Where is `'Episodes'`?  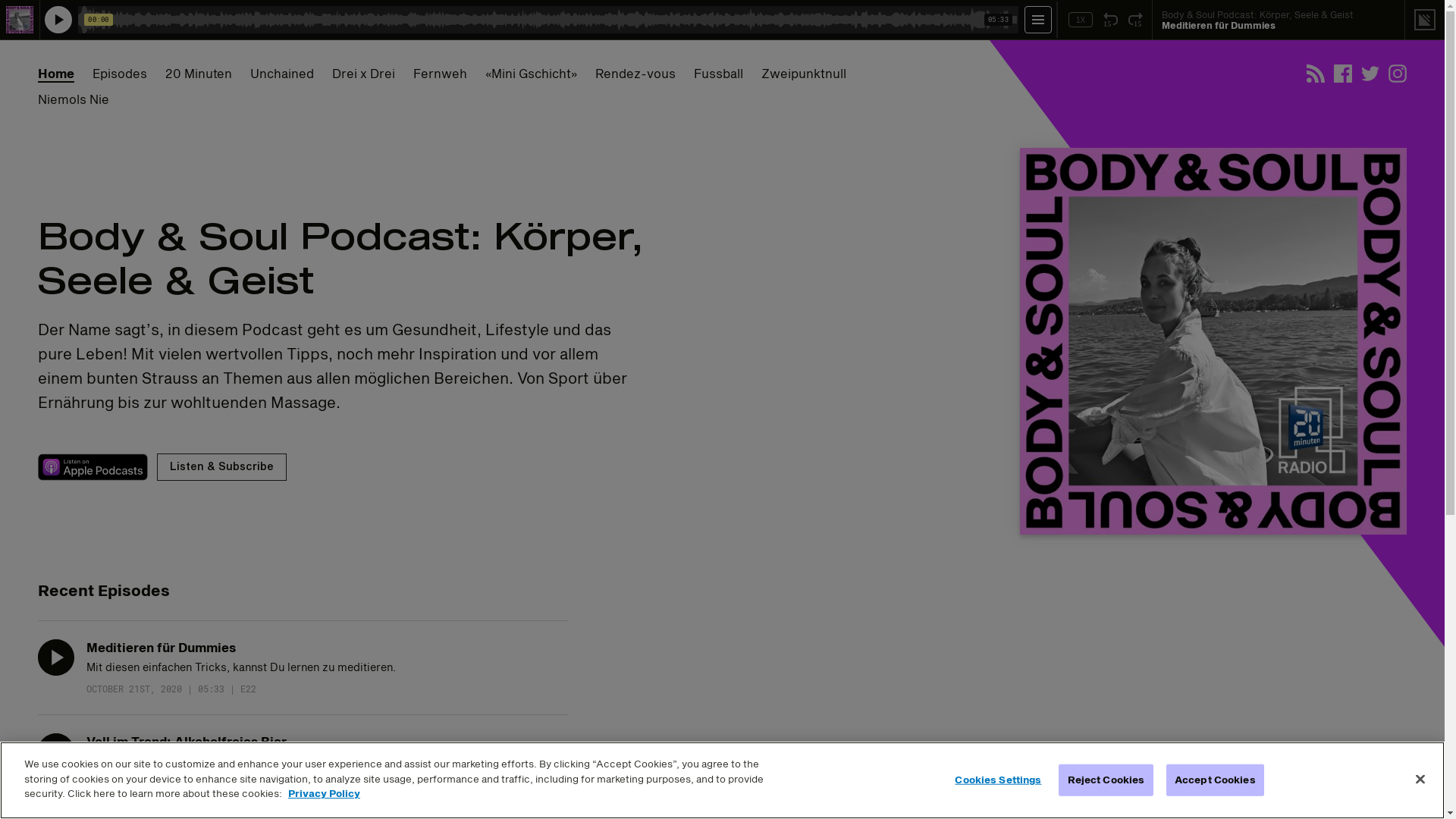
'Episodes' is located at coordinates (119, 73).